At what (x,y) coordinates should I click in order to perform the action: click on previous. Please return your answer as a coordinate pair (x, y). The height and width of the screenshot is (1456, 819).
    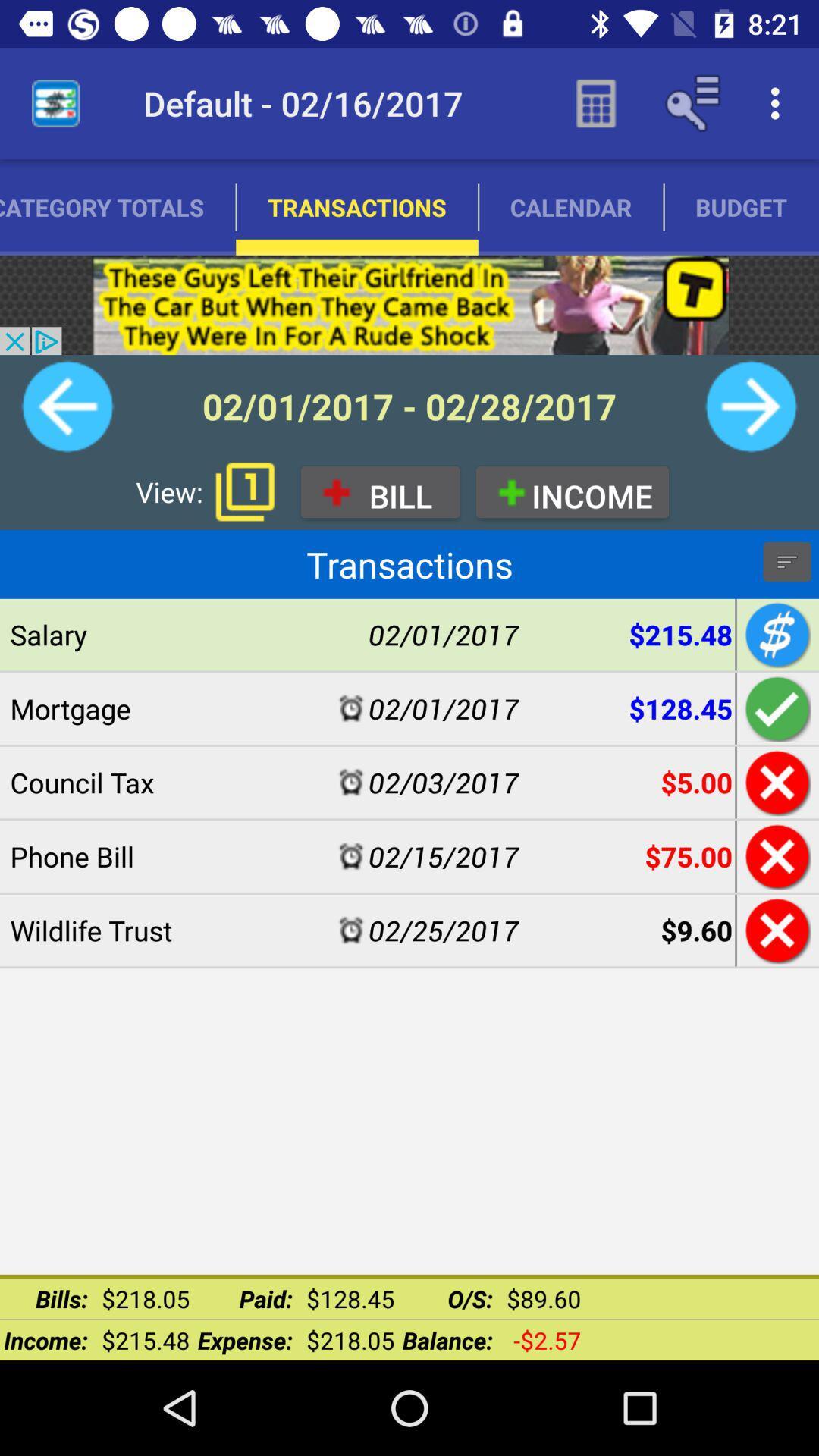
    Looking at the image, I should click on (67, 406).